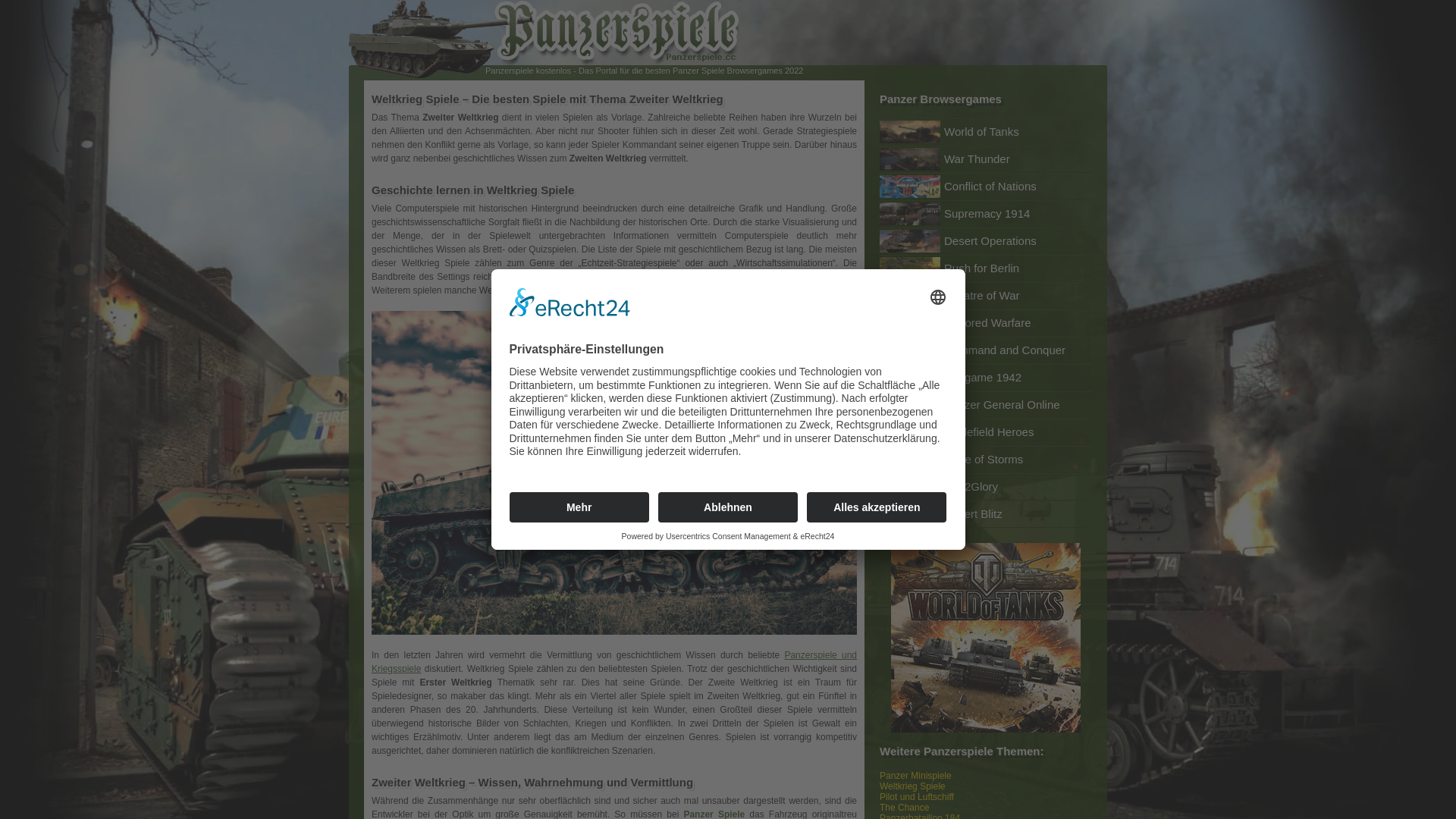  I want to click on 'Wargame 1942', so click(986, 376).